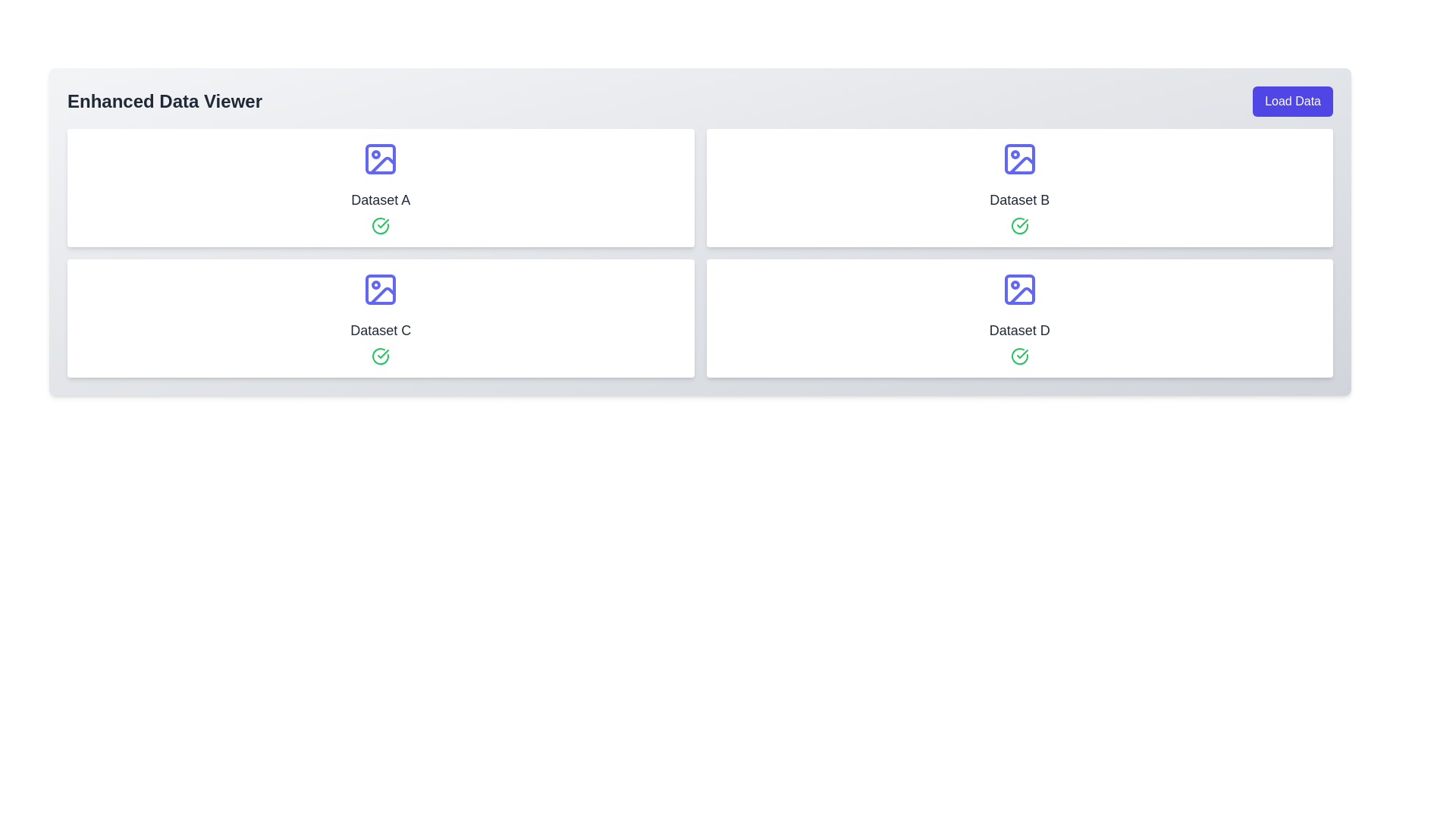 This screenshot has height=819, width=1456. What do you see at coordinates (1019, 289) in the screenshot?
I see `the bottom-right violet image icon representing 'Dataset D' in a 2x2 grid layout to select it` at bounding box center [1019, 289].